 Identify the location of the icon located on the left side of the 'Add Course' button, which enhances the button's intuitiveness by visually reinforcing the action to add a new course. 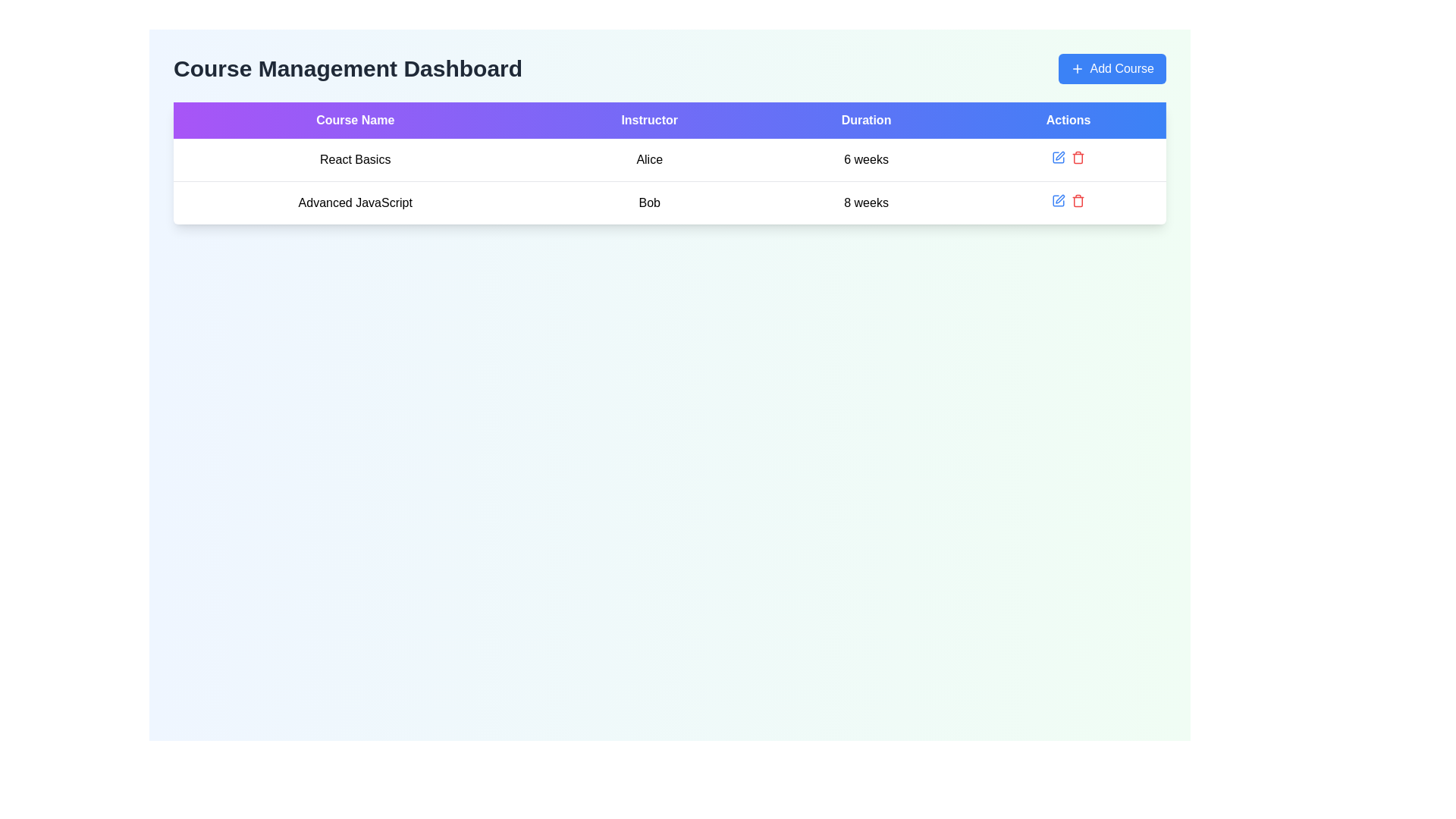
(1076, 69).